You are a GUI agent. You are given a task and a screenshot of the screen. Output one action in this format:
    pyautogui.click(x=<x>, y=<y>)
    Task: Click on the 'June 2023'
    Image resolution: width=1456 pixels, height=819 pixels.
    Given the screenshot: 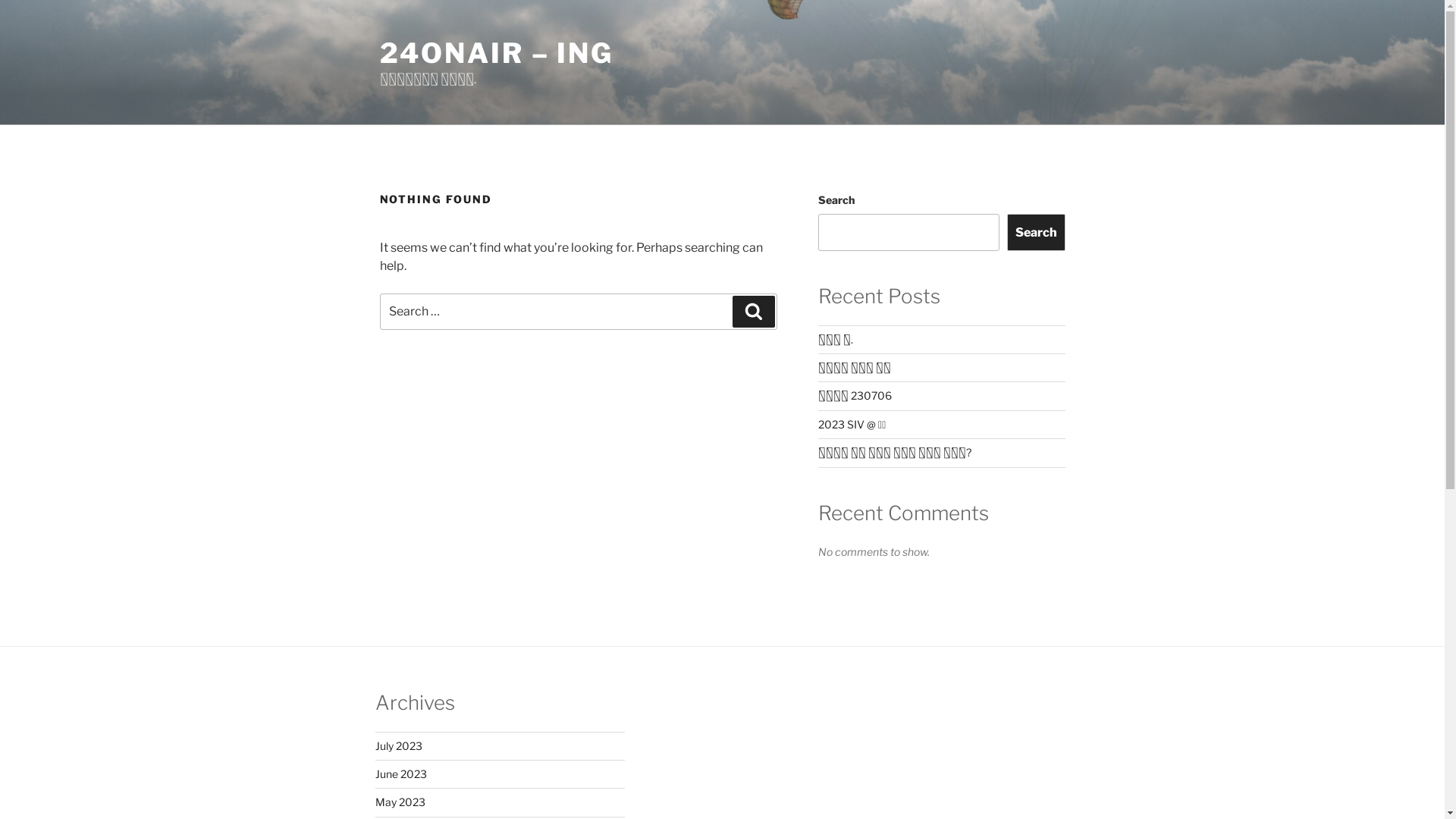 What is the action you would take?
    pyautogui.click(x=400, y=773)
    